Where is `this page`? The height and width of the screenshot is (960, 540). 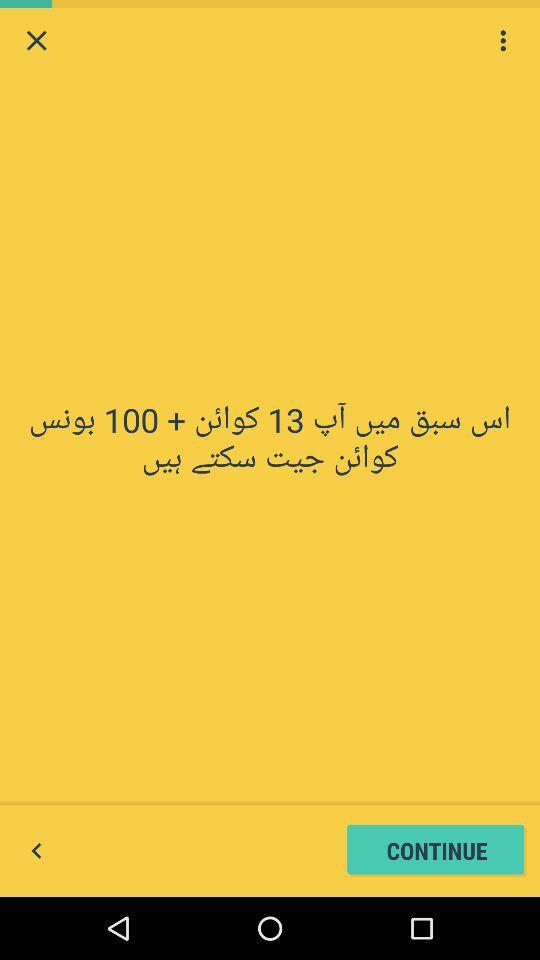 this page is located at coordinates (36, 39).